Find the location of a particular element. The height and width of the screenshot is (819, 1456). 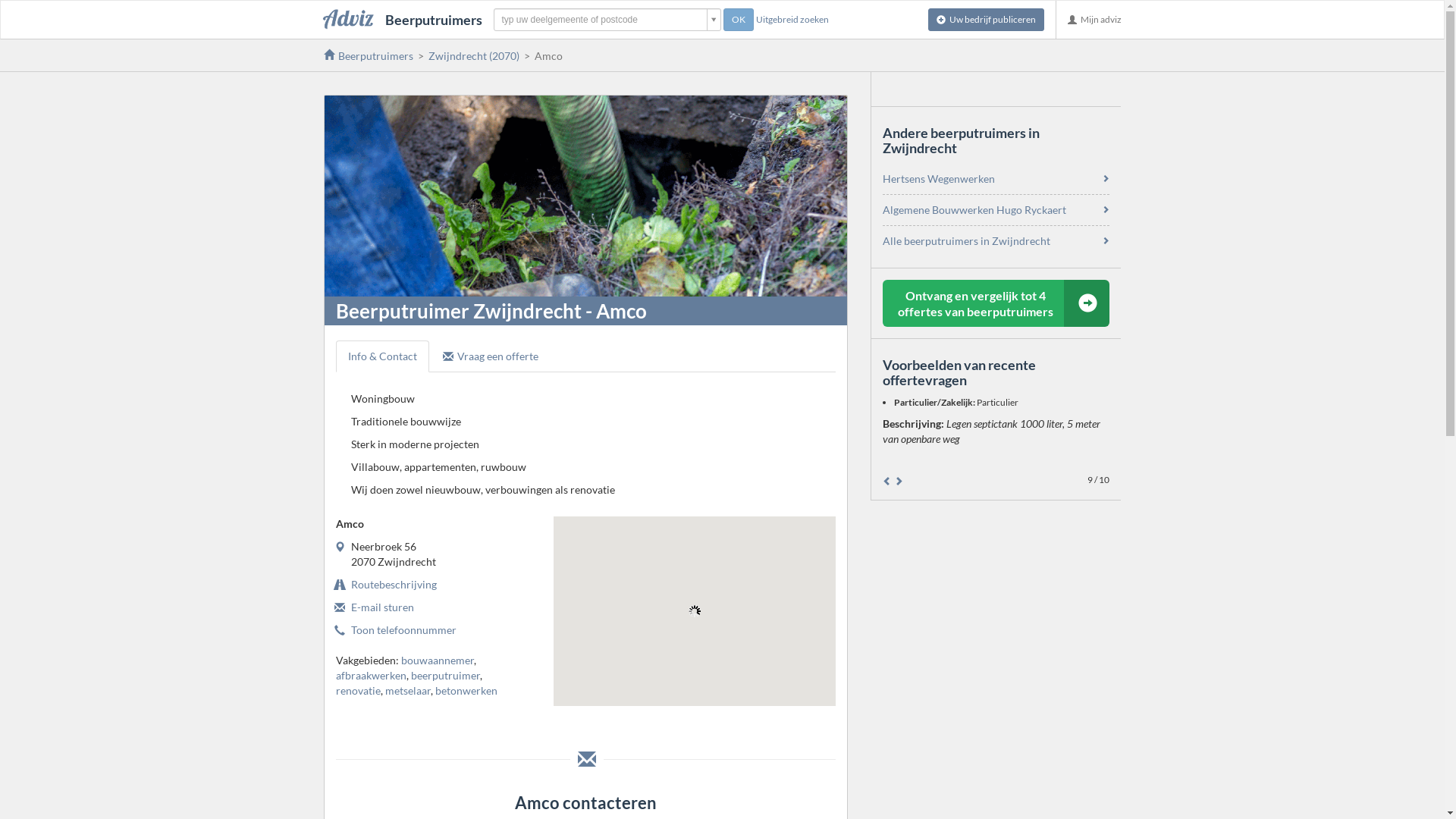

'renovatie' is located at coordinates (334, 690).